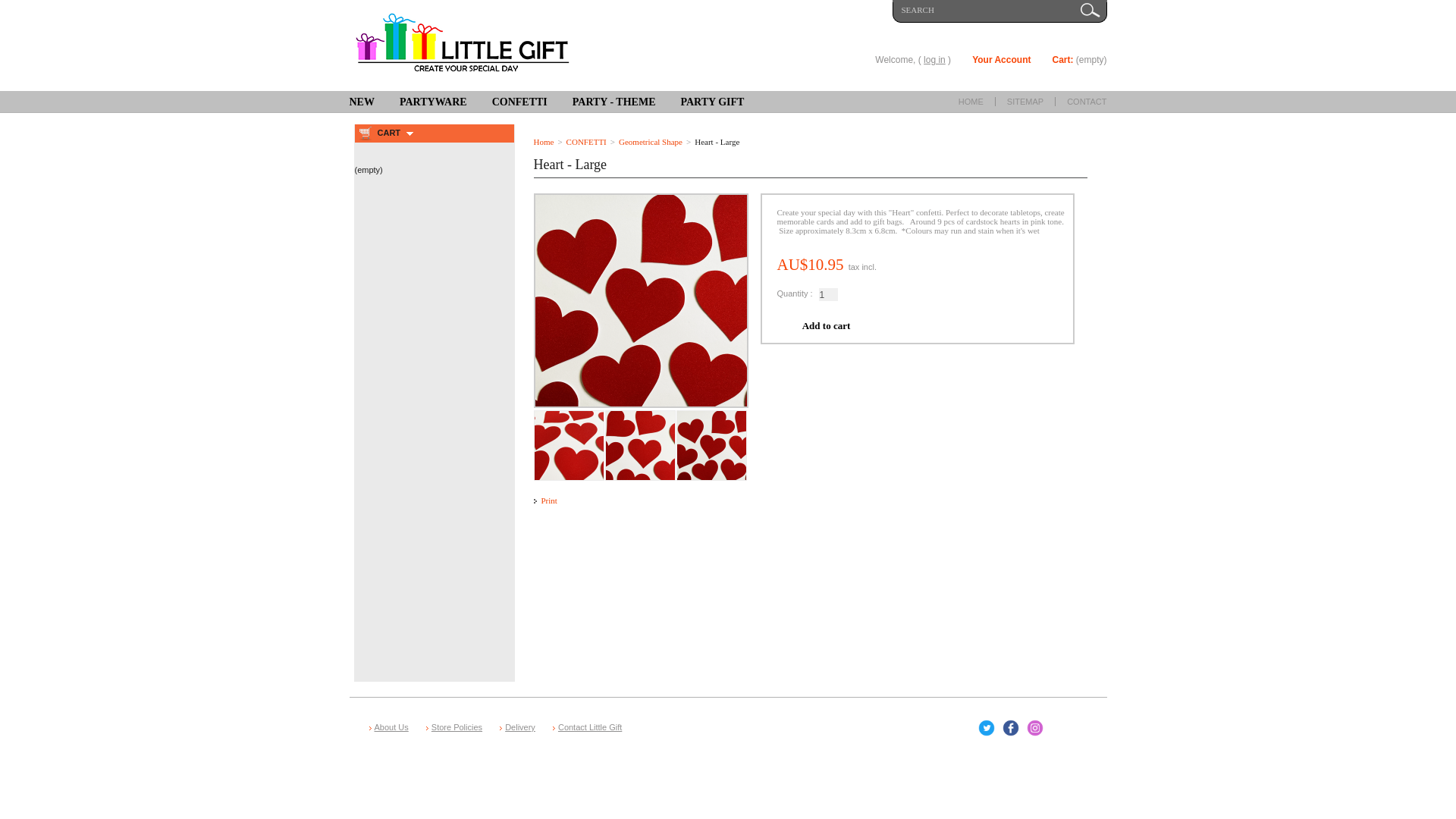 The image size is (1456, 819). What do you see at coordinates (978, 727) in the screenshot?
I see `'Twitter'` at bounding box center [978, 727].